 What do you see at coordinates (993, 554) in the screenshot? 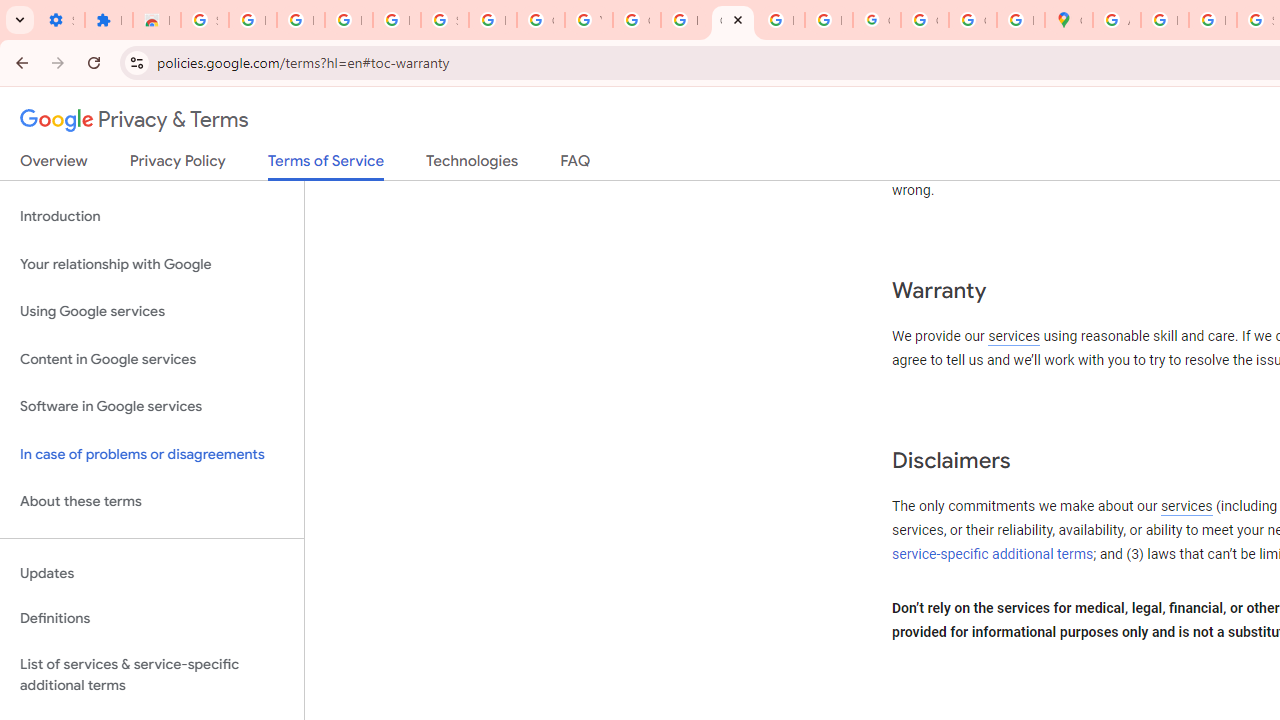
I see `'service-specific additional terms'` at bounding box center [993, 554].